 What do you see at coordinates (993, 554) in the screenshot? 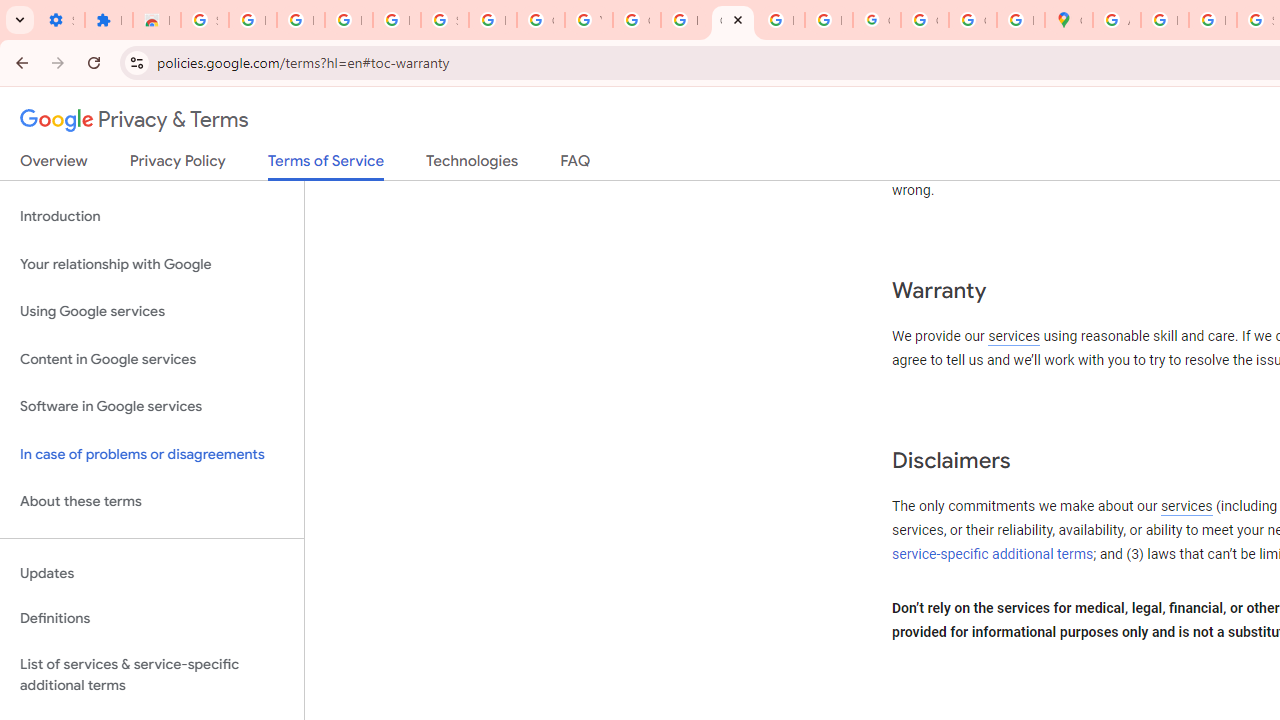
I see `'service-specific additional terms'` at bounding box center [993, 554].